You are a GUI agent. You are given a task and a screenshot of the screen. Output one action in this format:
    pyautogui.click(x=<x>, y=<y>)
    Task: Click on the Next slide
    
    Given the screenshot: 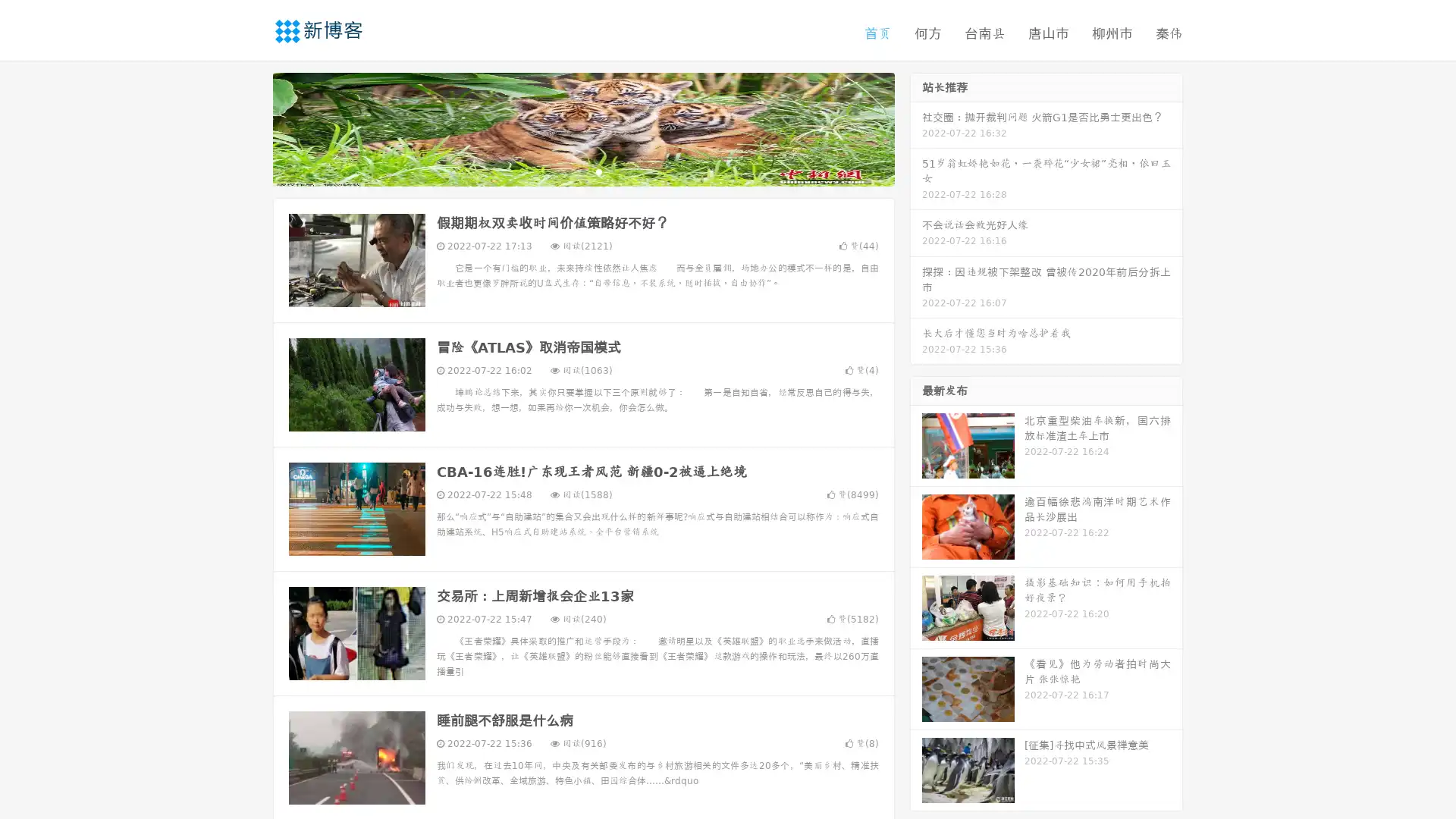 What is the action you would take?
    pyautogui.click(x=916, y=127)
    